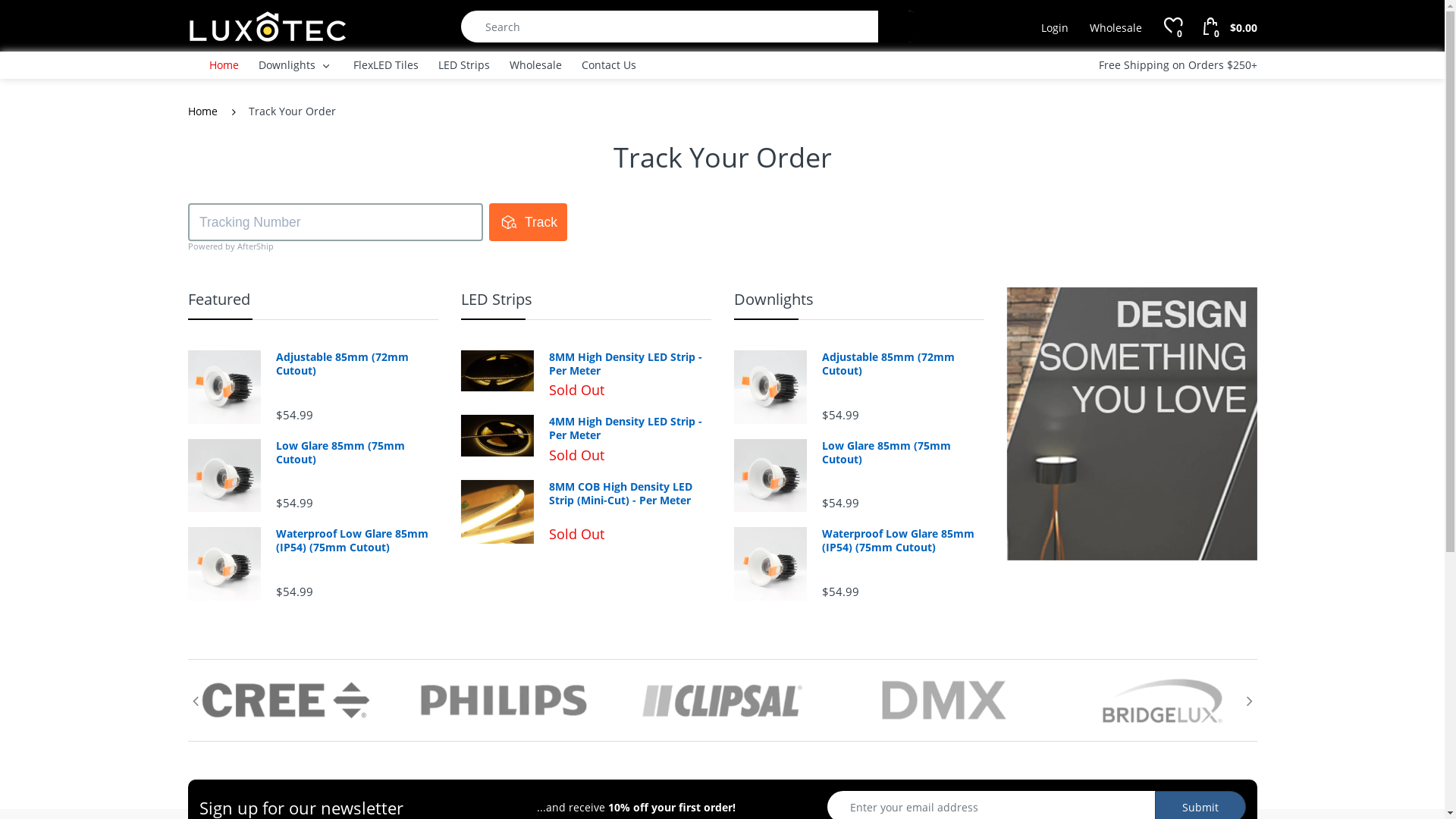 Image resolution: width=1456 pixels, height=819 pixels. I want to click on 'Wholesale', so click(1116, 28).